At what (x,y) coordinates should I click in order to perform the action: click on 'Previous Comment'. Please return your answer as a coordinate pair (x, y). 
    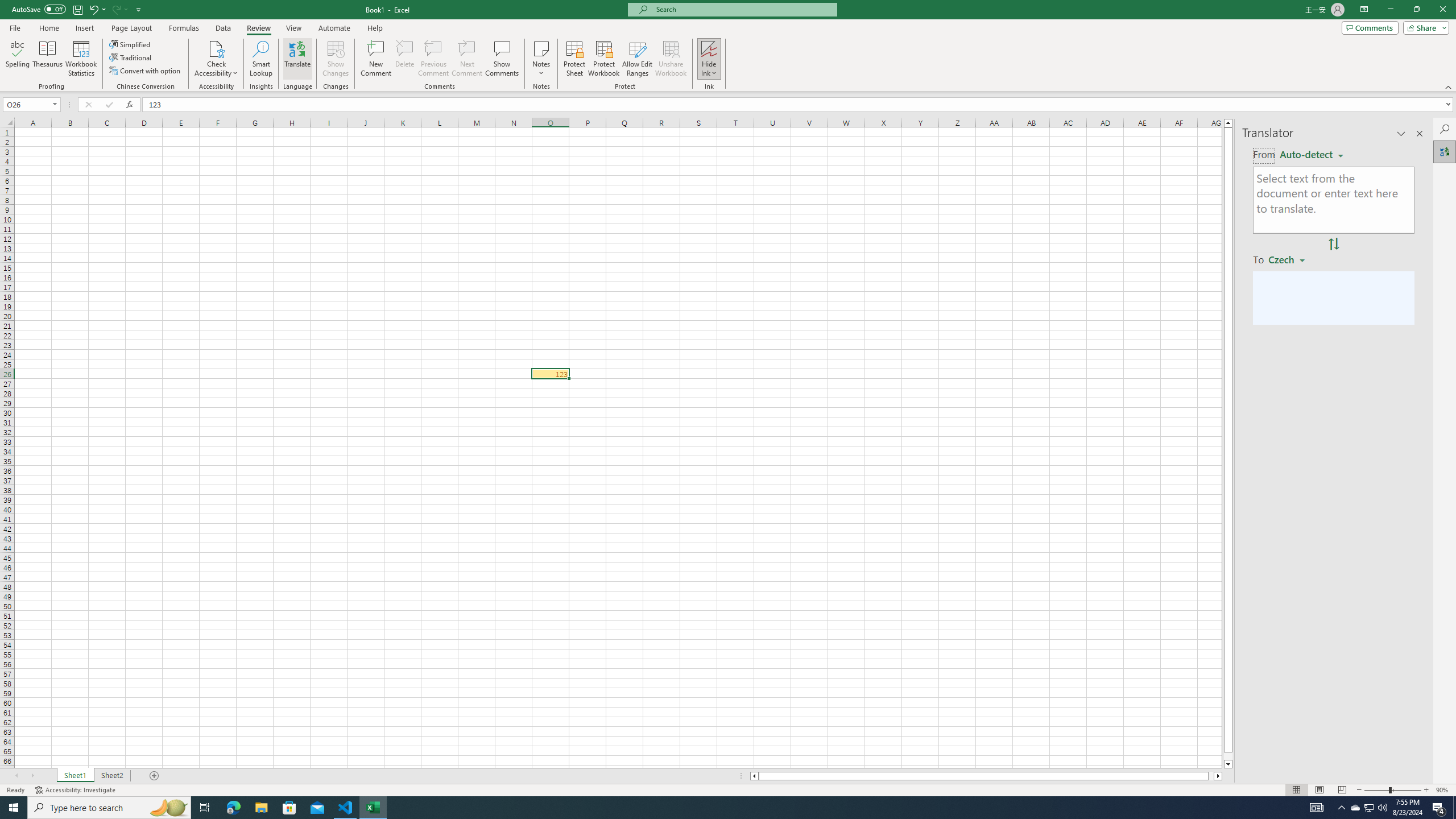
    Looking at the image, I should click on (433, 59).